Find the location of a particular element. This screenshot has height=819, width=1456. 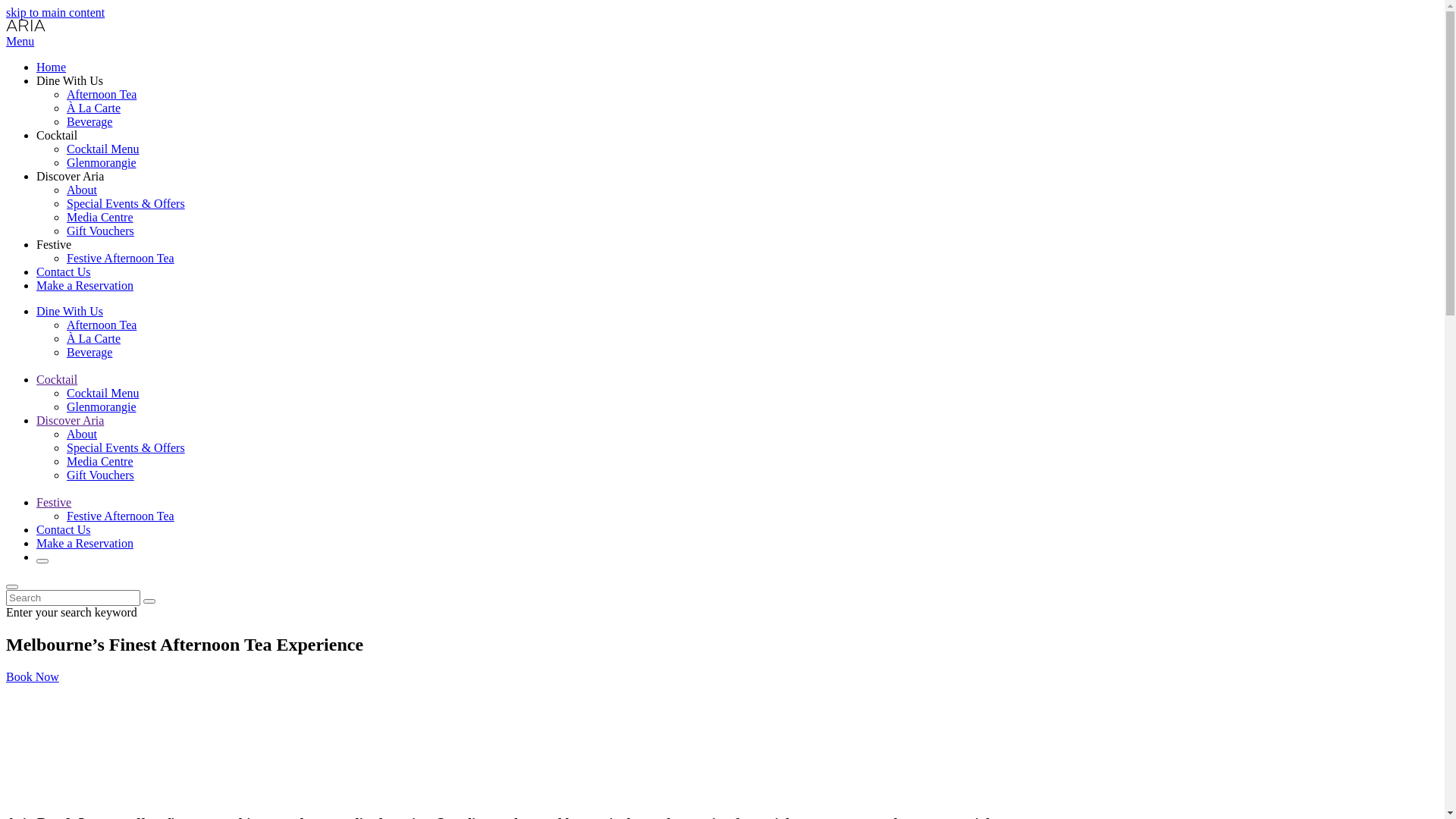

'skip to main content' is located at coordinates (55, 12).